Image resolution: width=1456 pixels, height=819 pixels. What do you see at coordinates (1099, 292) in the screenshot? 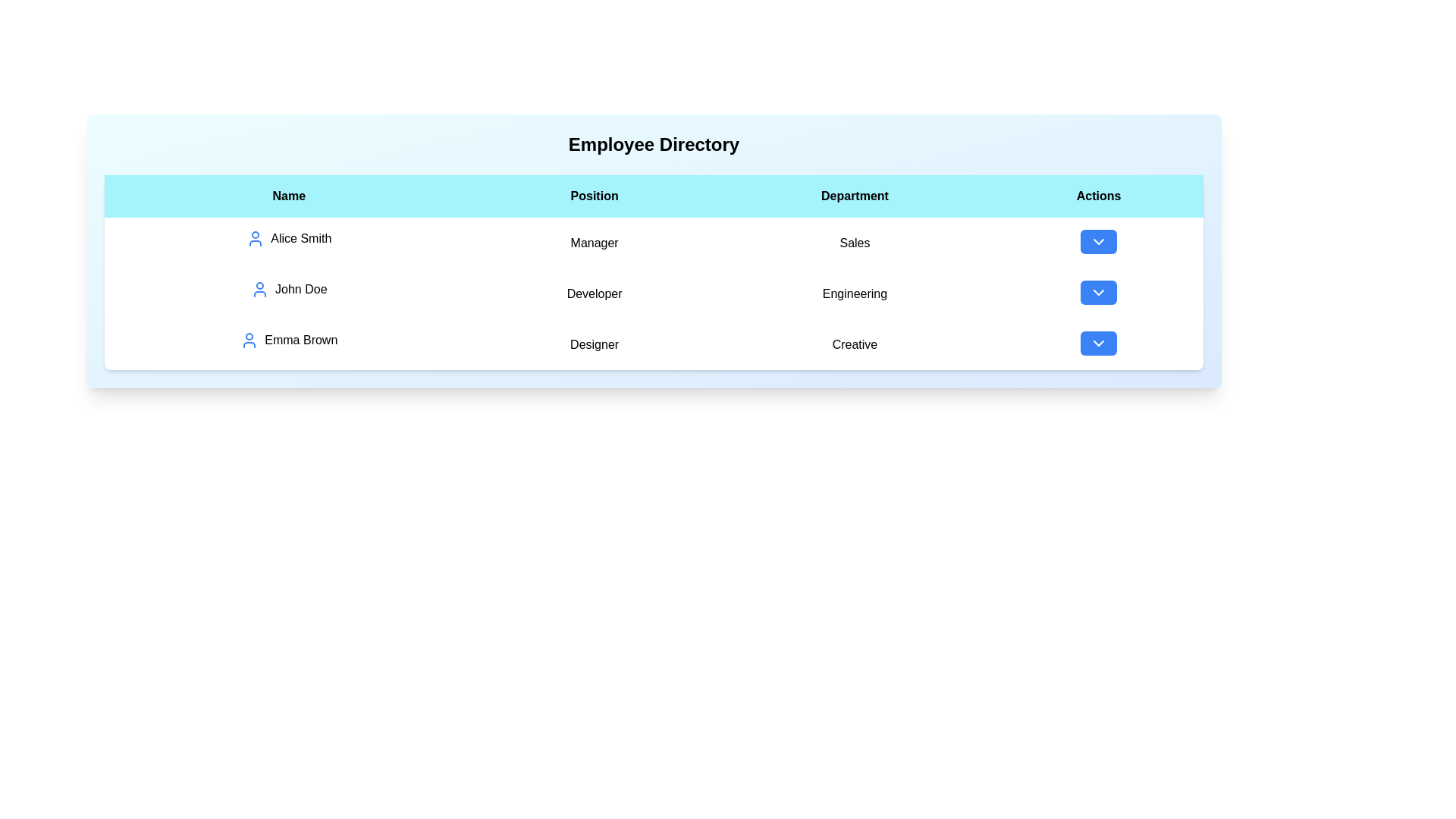
I see `the Dropdown toggle button located in the 'Actions' column of the second row, aligned with the 'Engineering' entry` at bounding box center [1099, 292].